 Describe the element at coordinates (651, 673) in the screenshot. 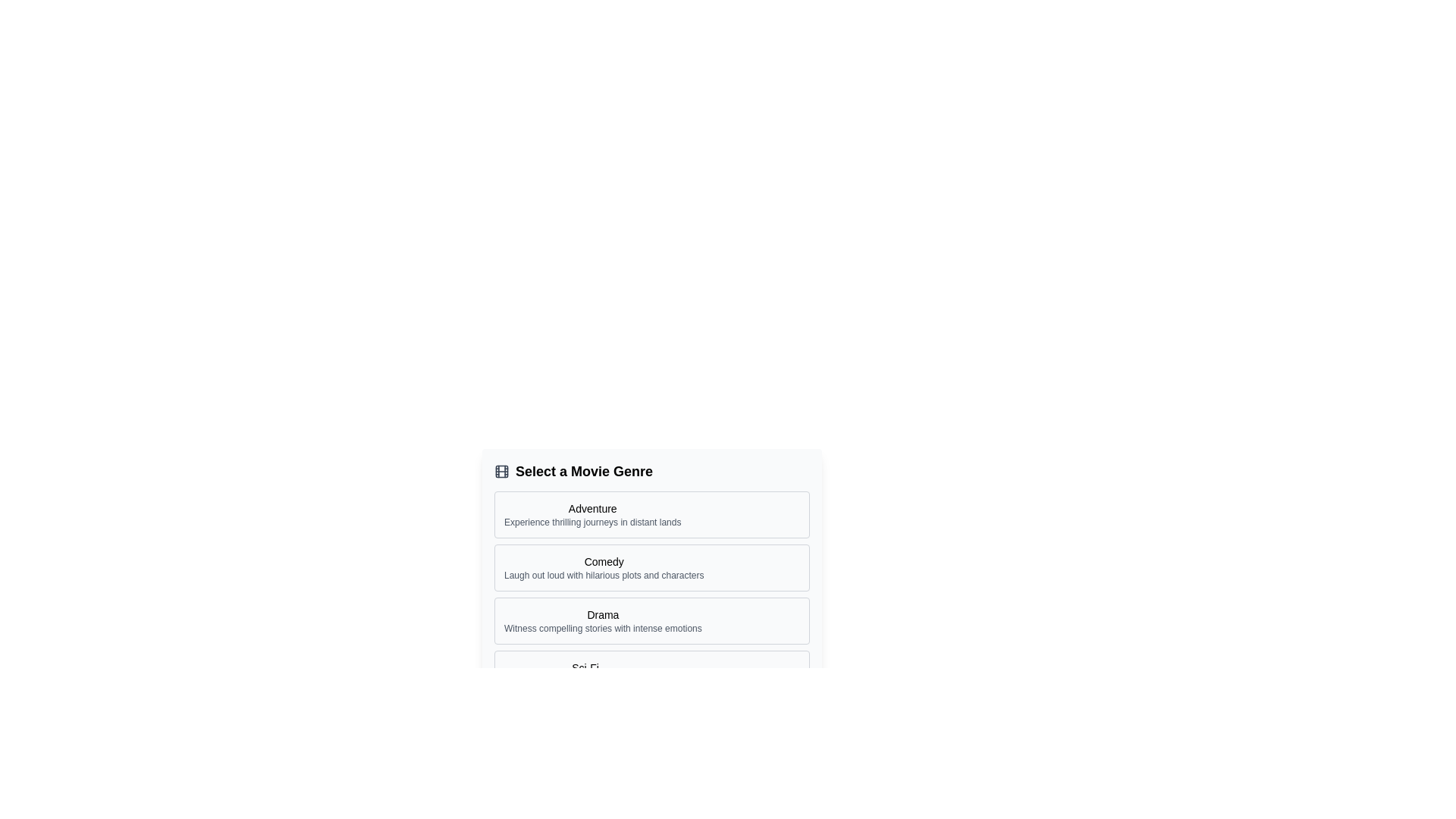

I see `the 'Sci-Fi' button in the vertical list of movie genres` at that location.